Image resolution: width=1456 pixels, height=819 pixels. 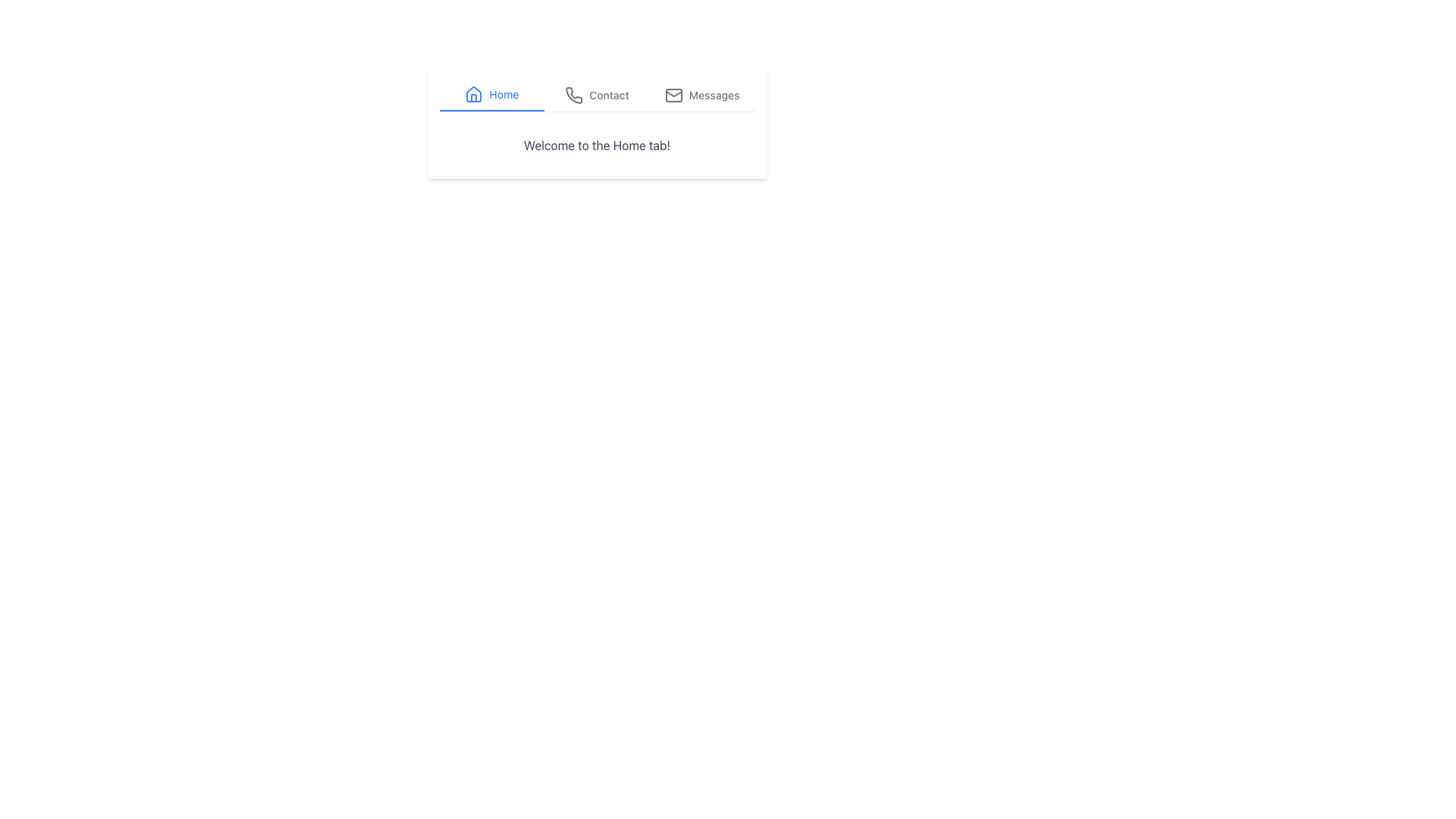 I want to click on the envelope-shaped 'Messages' icon, which represents the messaging functionality in the navigation menu, so click(x=673, y=96).